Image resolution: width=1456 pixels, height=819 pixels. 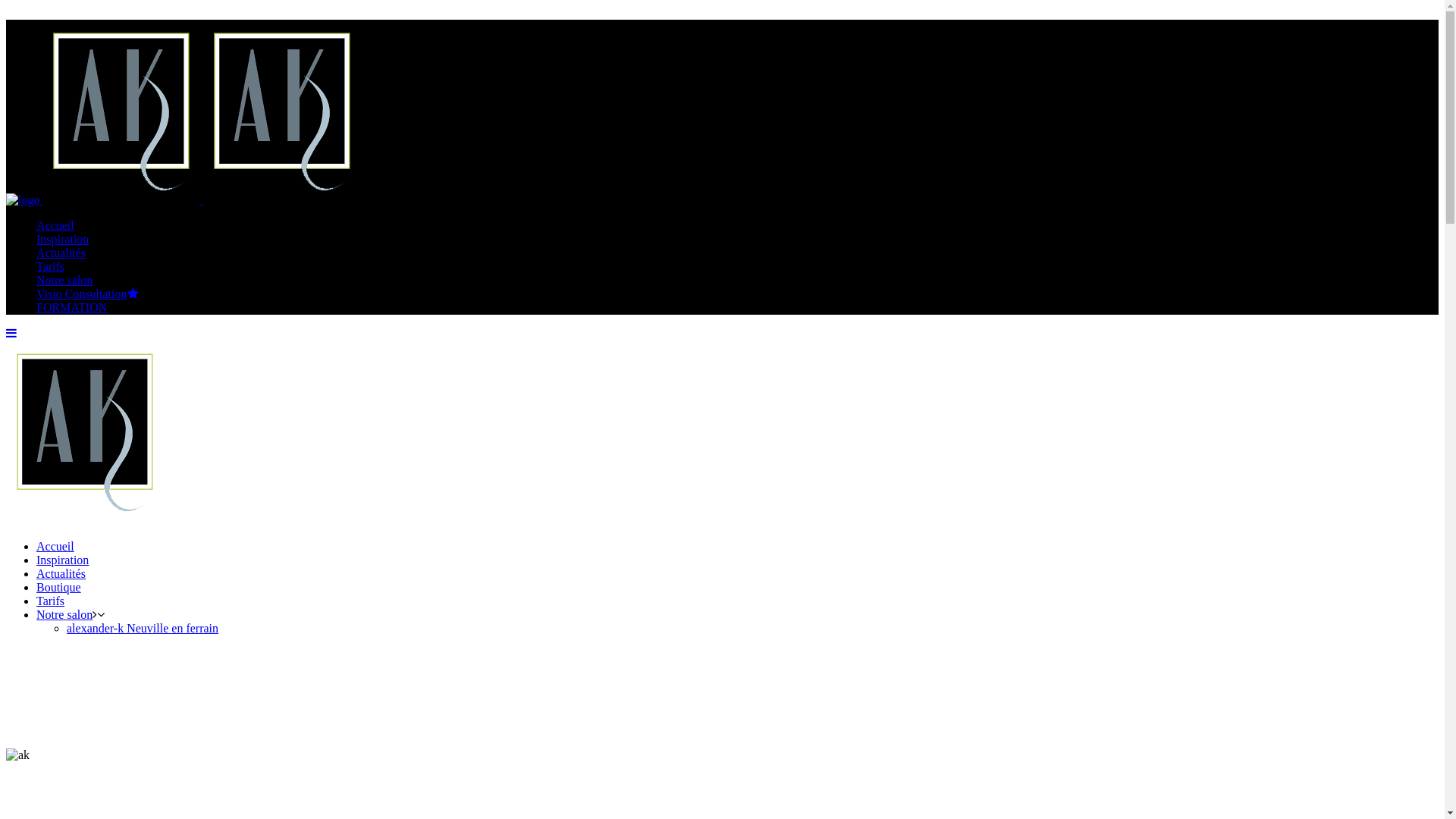 What do you see at coordinates (86, 293) in the screenshot?
I see `'Visio Consultation'` at bounding box center [86, 293].